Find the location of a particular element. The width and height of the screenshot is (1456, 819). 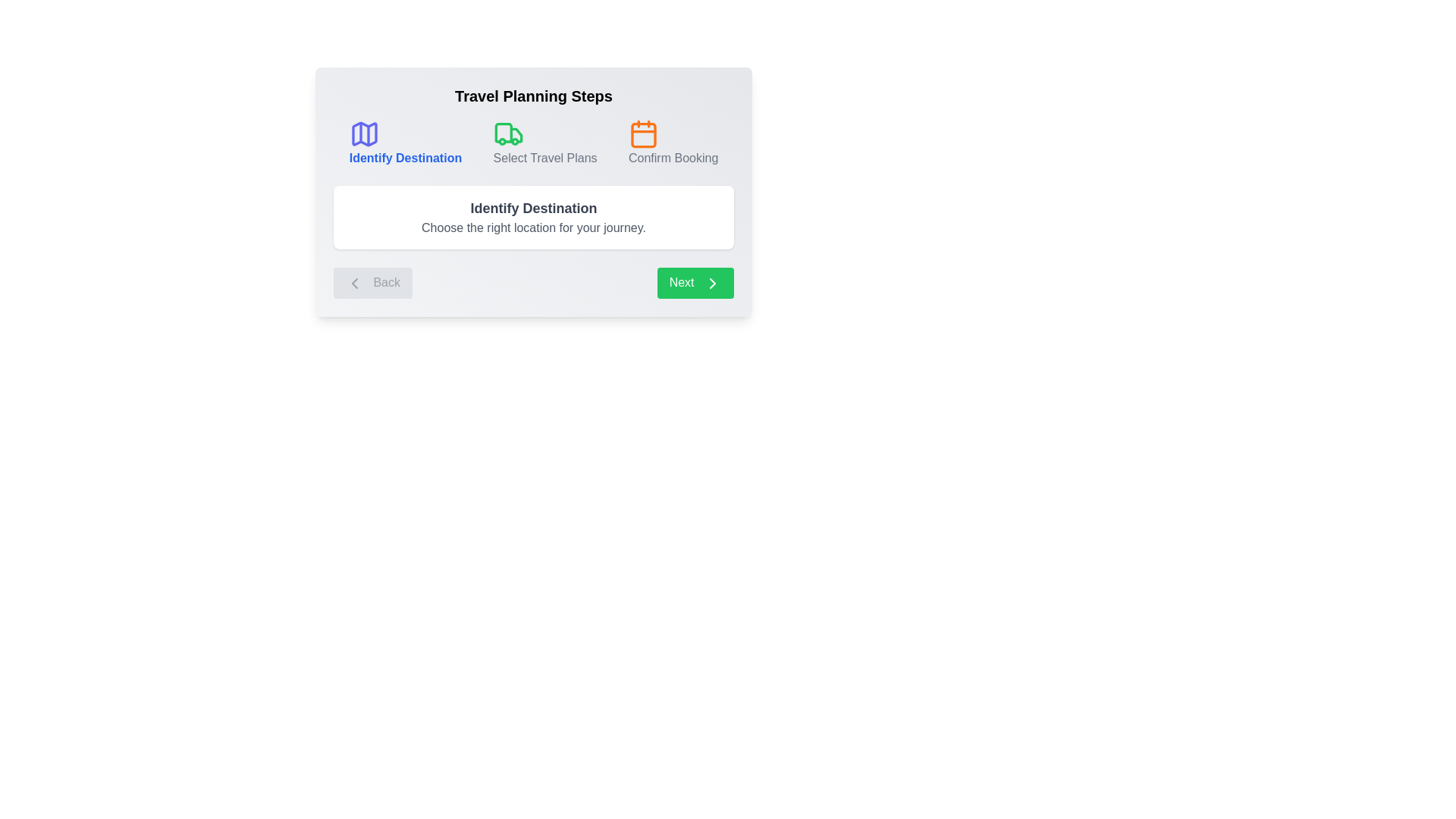

the left-pointing chevron icon within the 'Back' button located at the bottom-left corner of the interface is located at coordinates (353, 283).